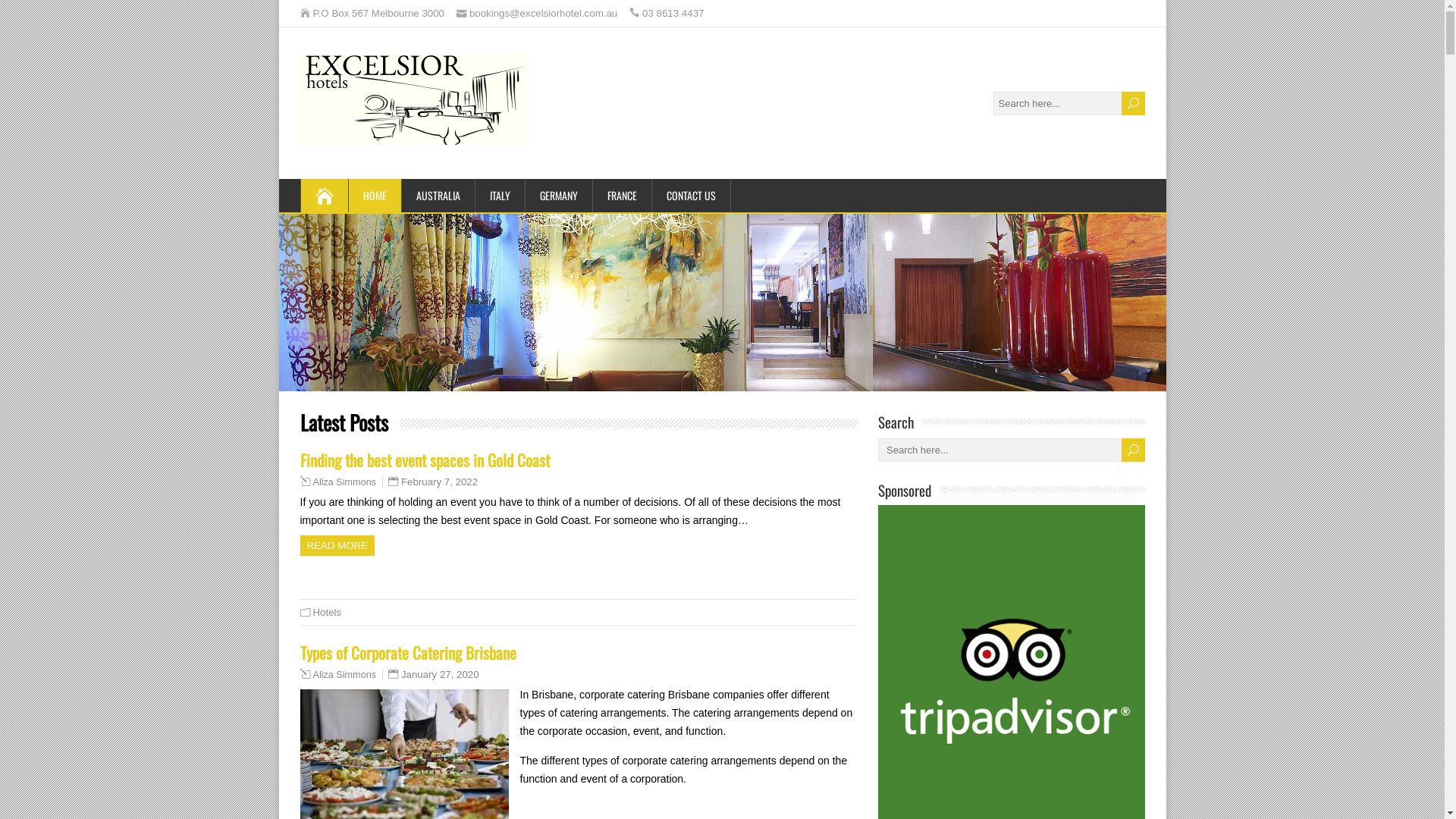  I want to click on 'READ MORE', so click(337, 544).